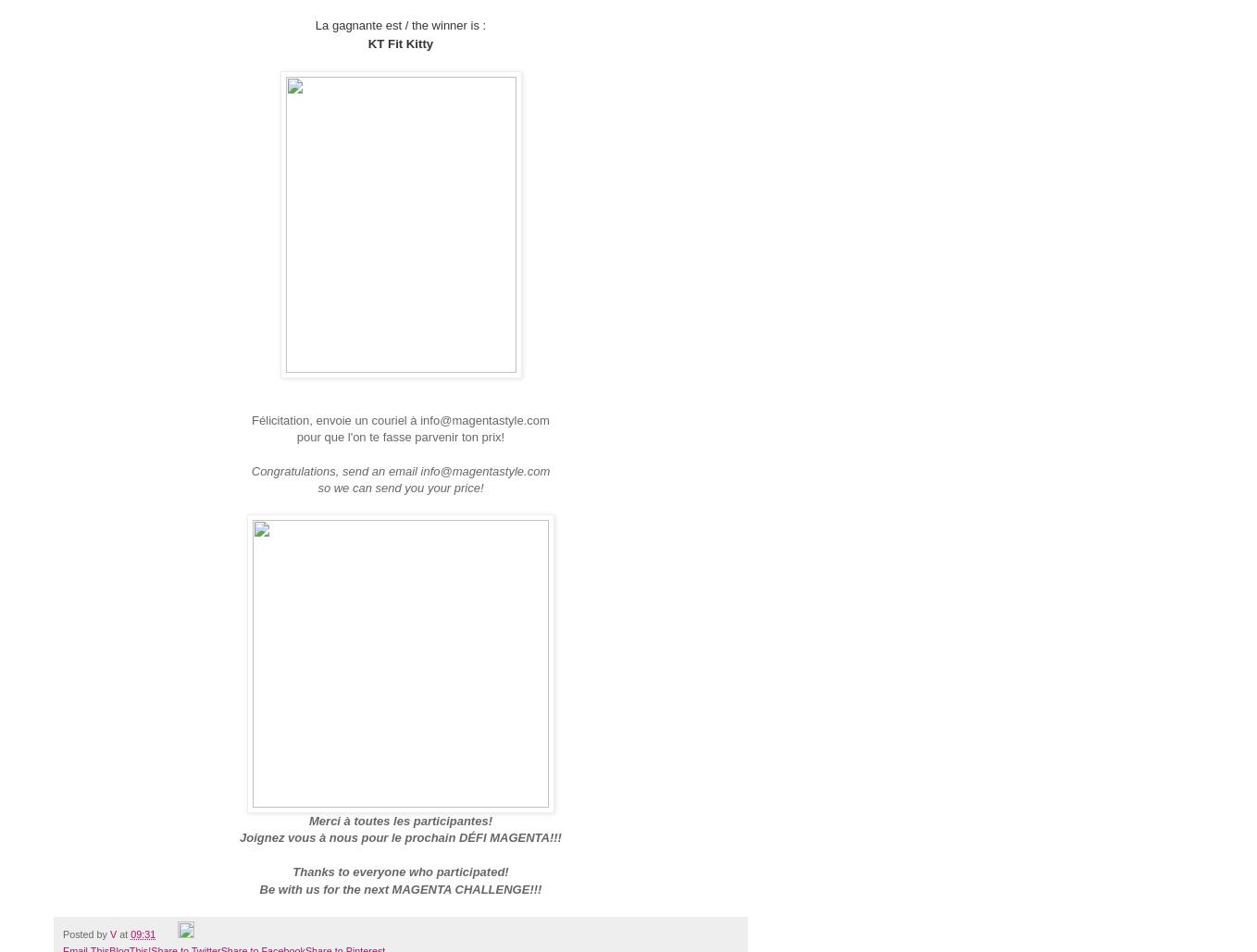 The height and width of the screenshot is (952, 1257). Describe the element at coordinates (399, 820) in the screenshot. I see `'Merci à toutes les participantes!'` at that location.